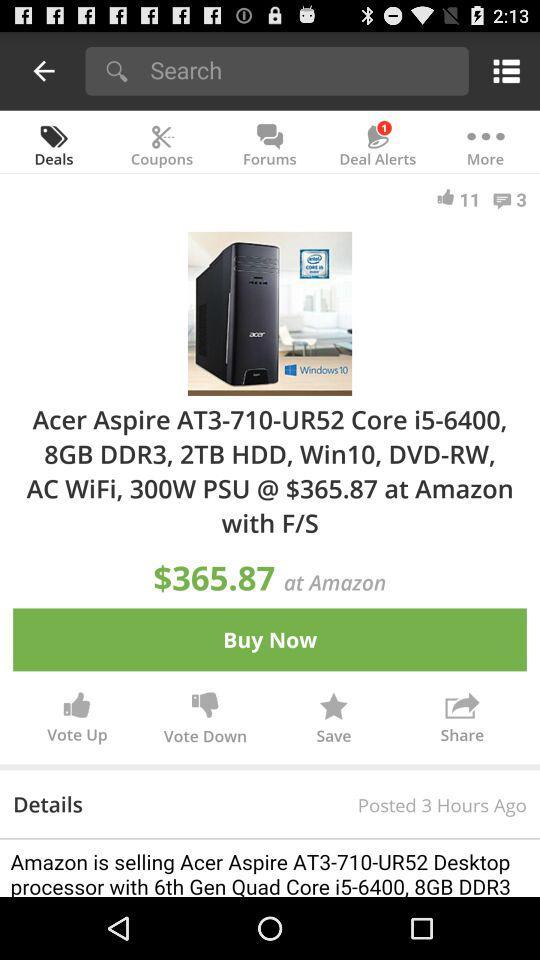 This screenshot has height=960, width=540. What do you see at coordinates (204, 720) in the screenshot?
I see `icon to the right of vote up` at bounding box center [204, 720].